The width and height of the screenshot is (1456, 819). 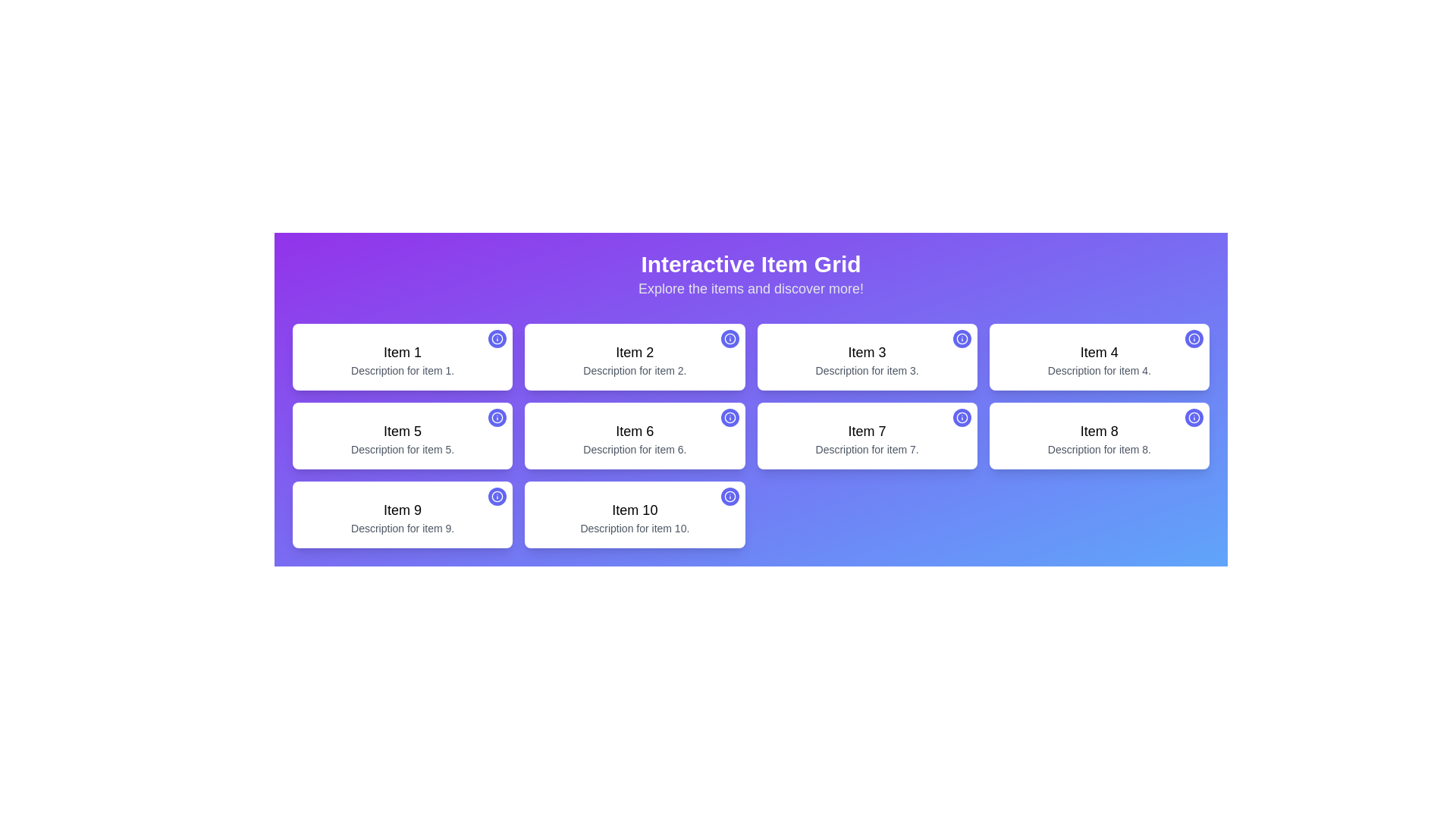 What do you see at coordinates (730, 418) in the screenshot?
I see `the action trigger button located at the top-right corner of the 'Item 6' card to focus or display the tooltip` at bounding box center [730, 418].